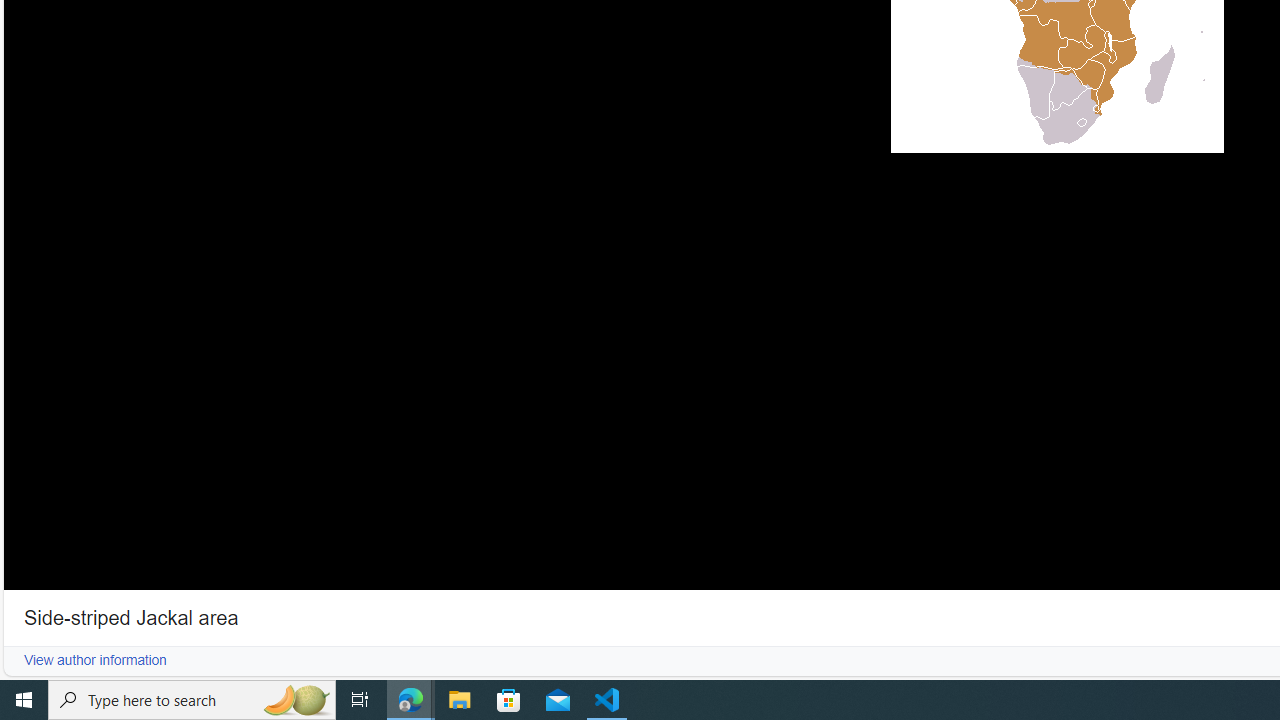 Image resolution: width=1280 pixels, height=720 pixels. I want to click on 'View author information', so click(94, 660).